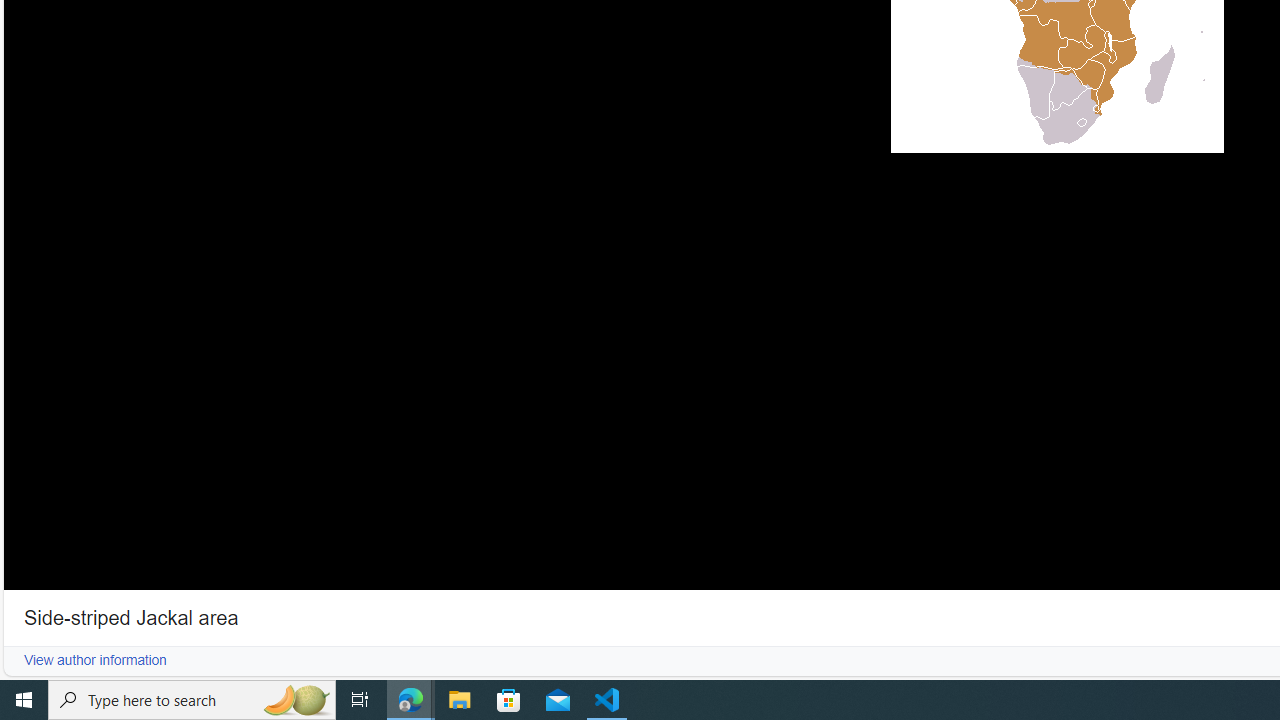 Image resolution: width=1280 pixels, height=720 pixels. I want to click on 'View author information', so click(94, 660).